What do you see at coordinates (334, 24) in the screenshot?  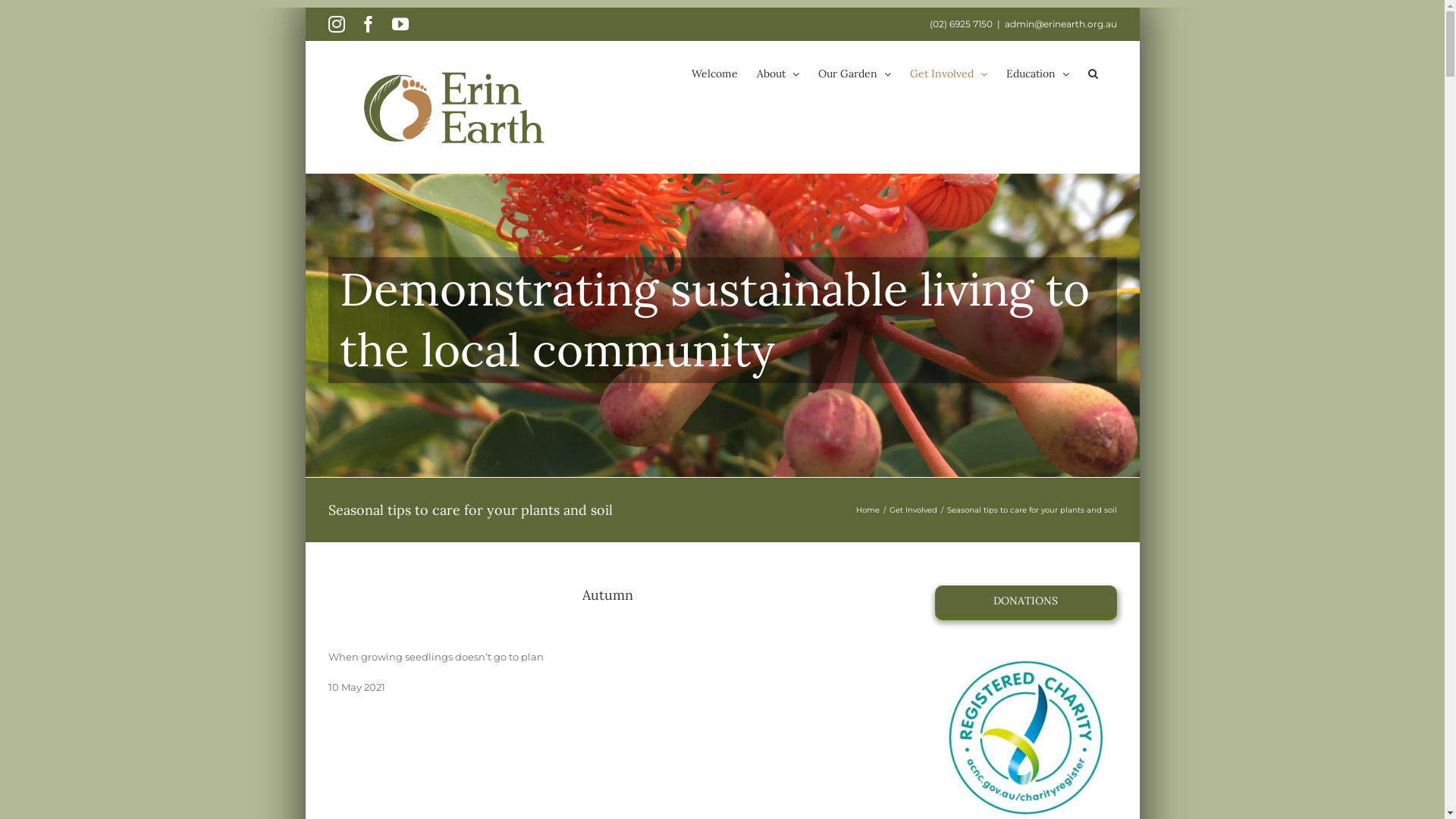 I see `'Instagram'` at bounding box center [334, 24].